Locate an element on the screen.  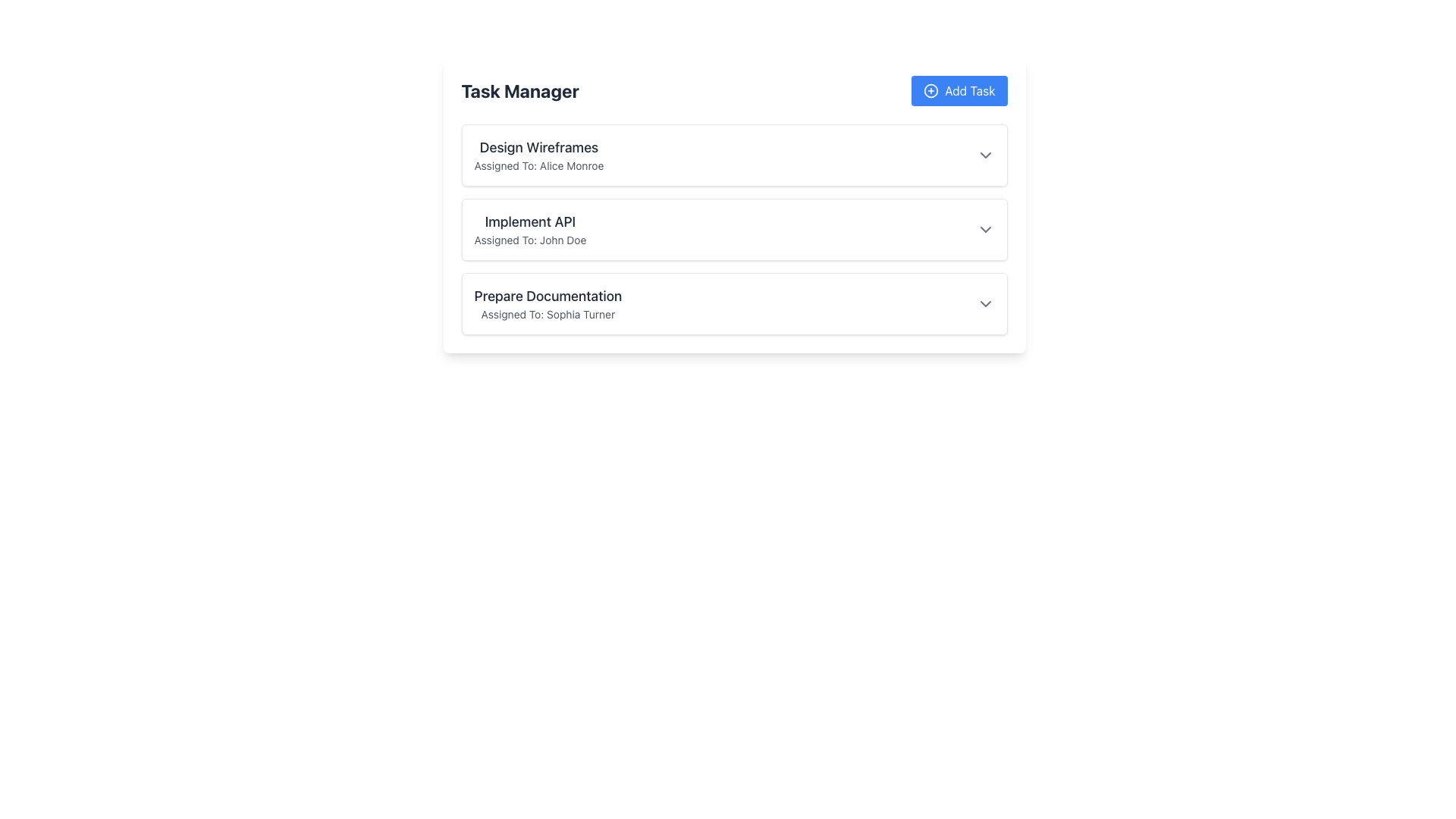
the 'Design Wireframes' task card located at the top-left of the Task Manager section for more options is located at coordinates (734, 155).